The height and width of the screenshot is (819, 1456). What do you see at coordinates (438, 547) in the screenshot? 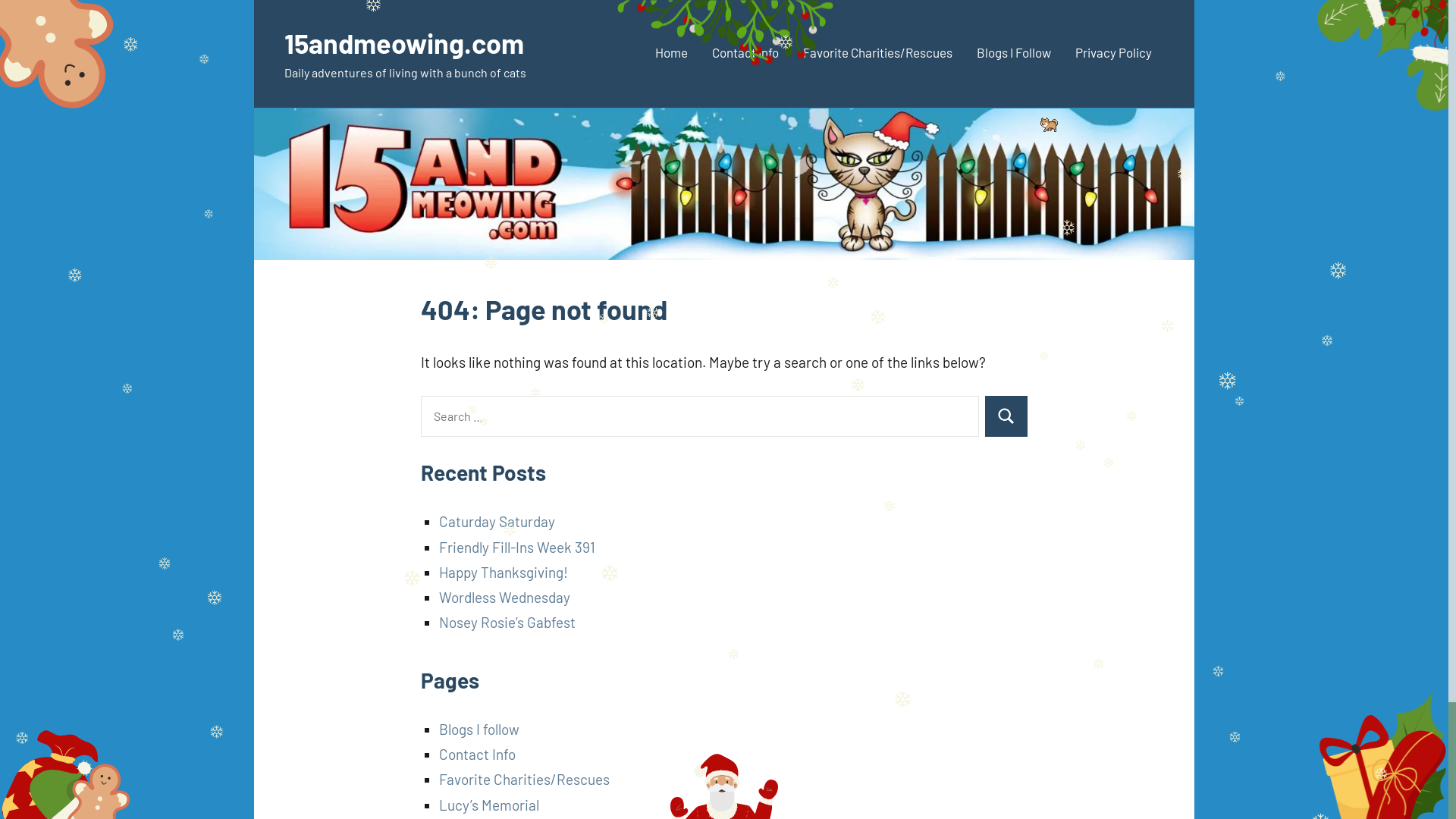
I see `'Friendly Fill-Ins Week 391'` at bounding box center [438, 547].